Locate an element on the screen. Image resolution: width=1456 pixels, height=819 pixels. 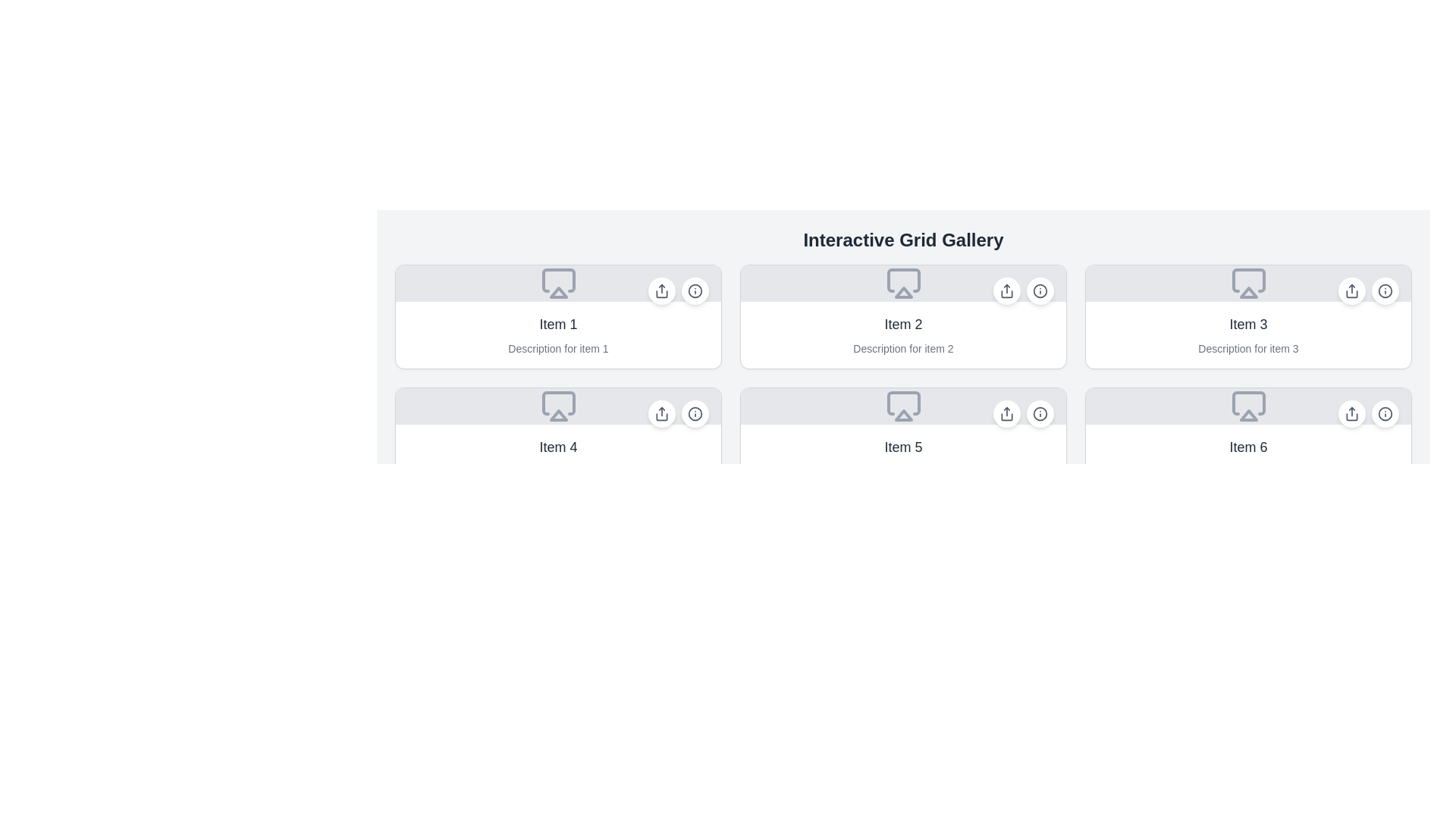
the static text label that serves as a title for the item, located at the top of its section above the text 'Description for item 1' is located at coordinates (557, 324).